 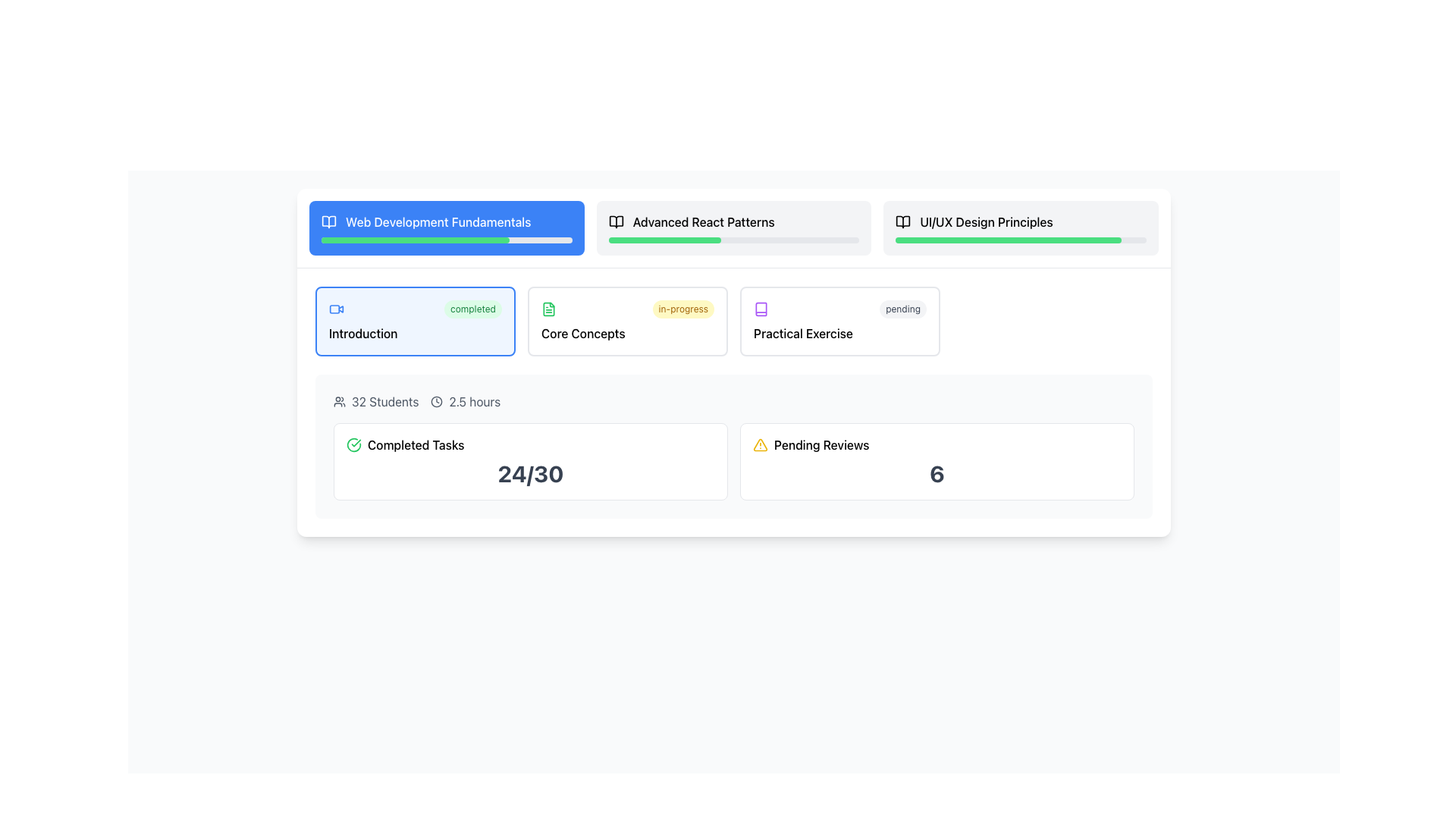 What do you see at coordinates (531, 461) in the screenshot?
I see `displayed information from the Info card that summarizes the progress of completed tasks out of a total, positioned in the left section of a two-column grid layout` at bounding box center [531, 461].